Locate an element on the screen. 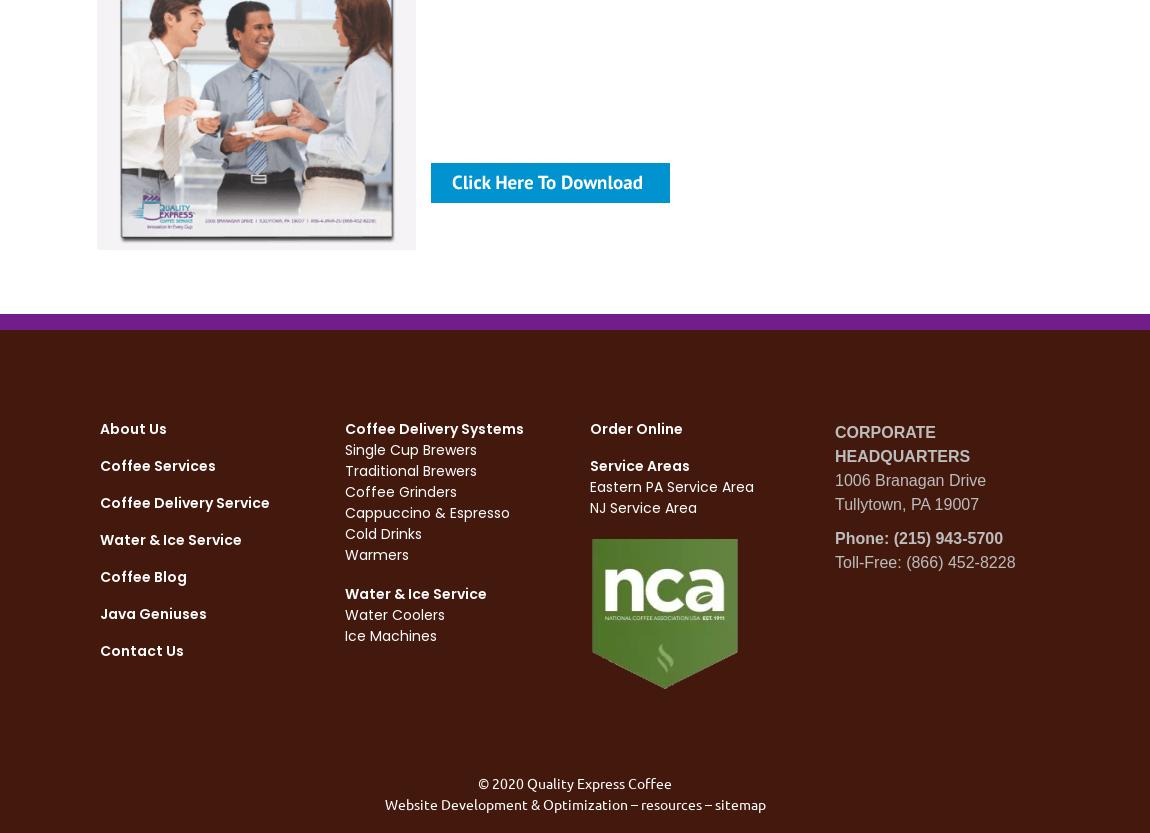 This screenshot has height=833, width=1150. 'CORPORATE HEADQUARTERS' is located at coordinates (902, 442).